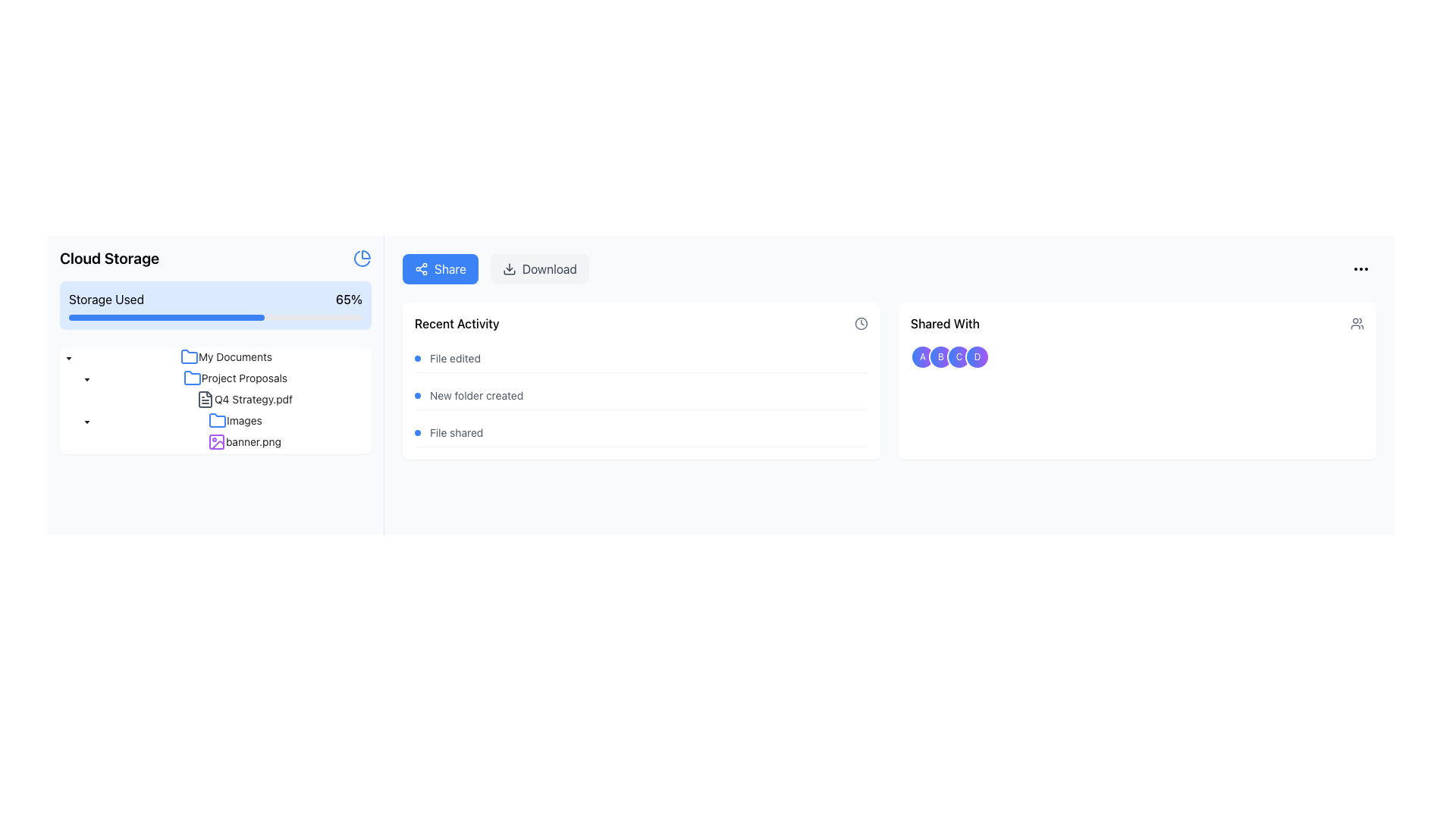 This screenshot has height=819, width=1456. I want to click on to select the Tree node representing the 'Project Proposals' directory, which is located under 'My Documents' in the 'Cloud Storage' section, so click(234, 377).